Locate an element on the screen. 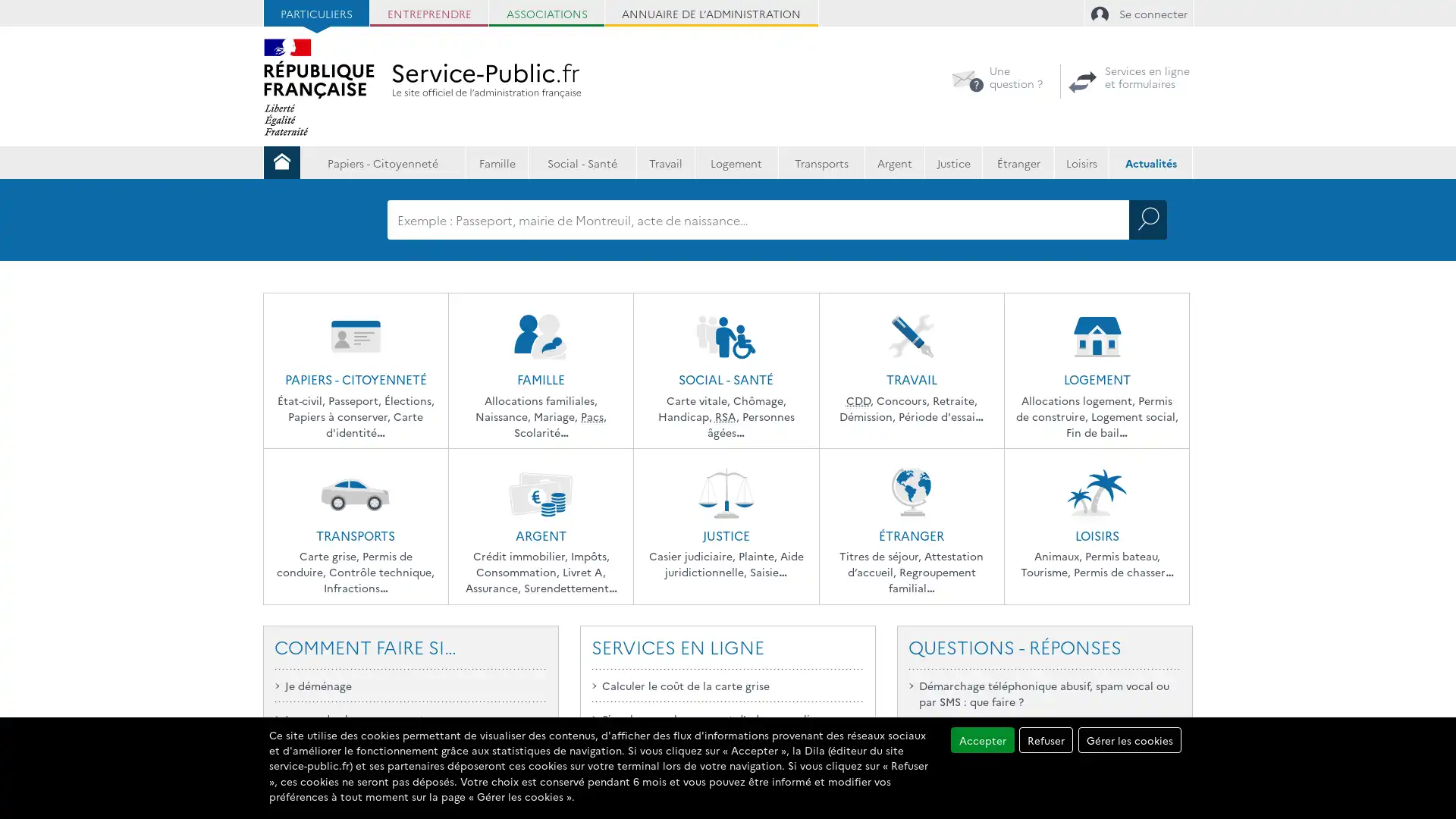 The image size is (1456, 819). Rechercher dans service-public.fr is located at coordinates (1147, 219).